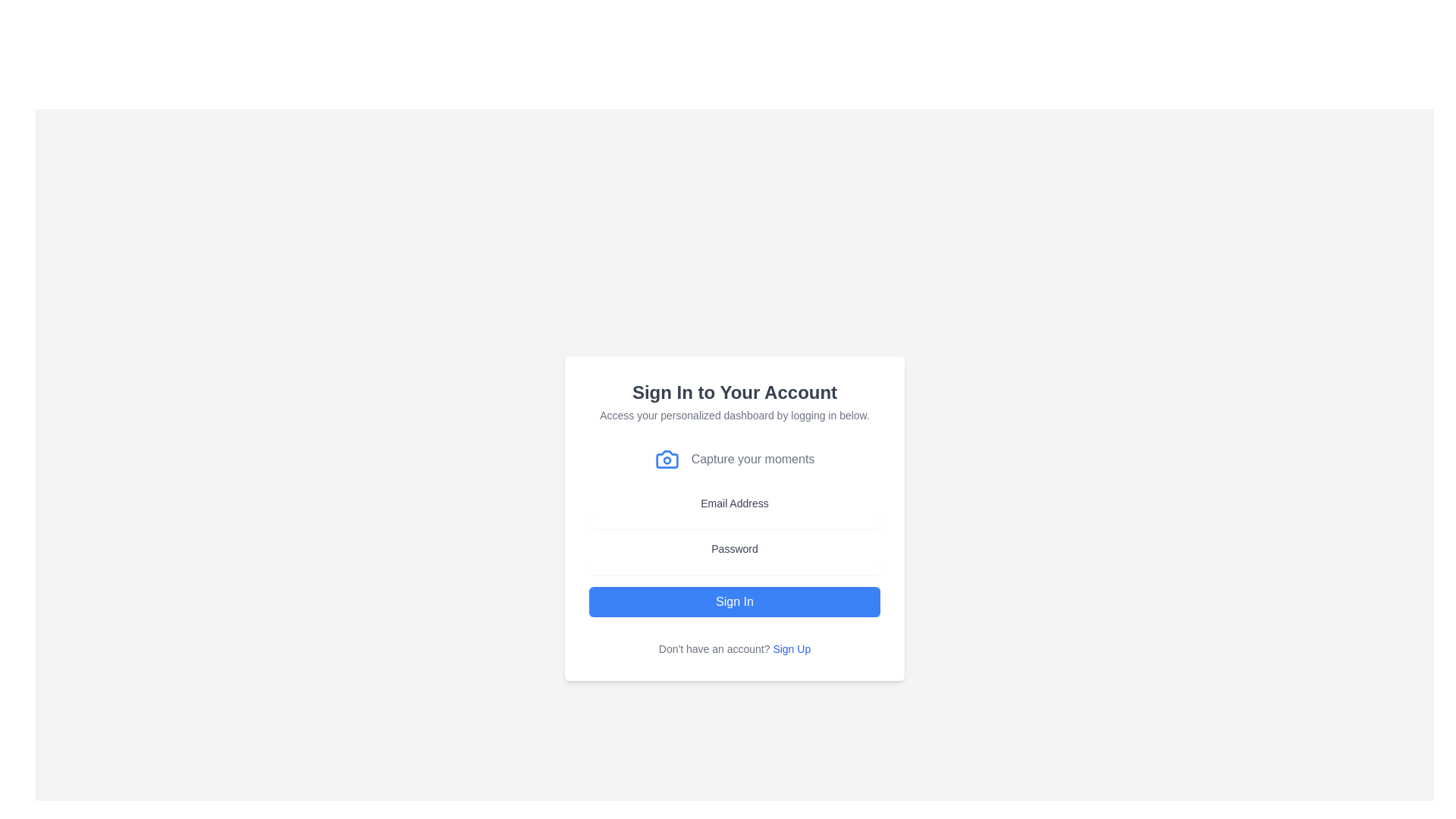 This screenshot has height=819, width=1456. I want to click on the icon that represents the action of capturing images, located directly to the left of the text 'Capture your moments', so click(667, 458).